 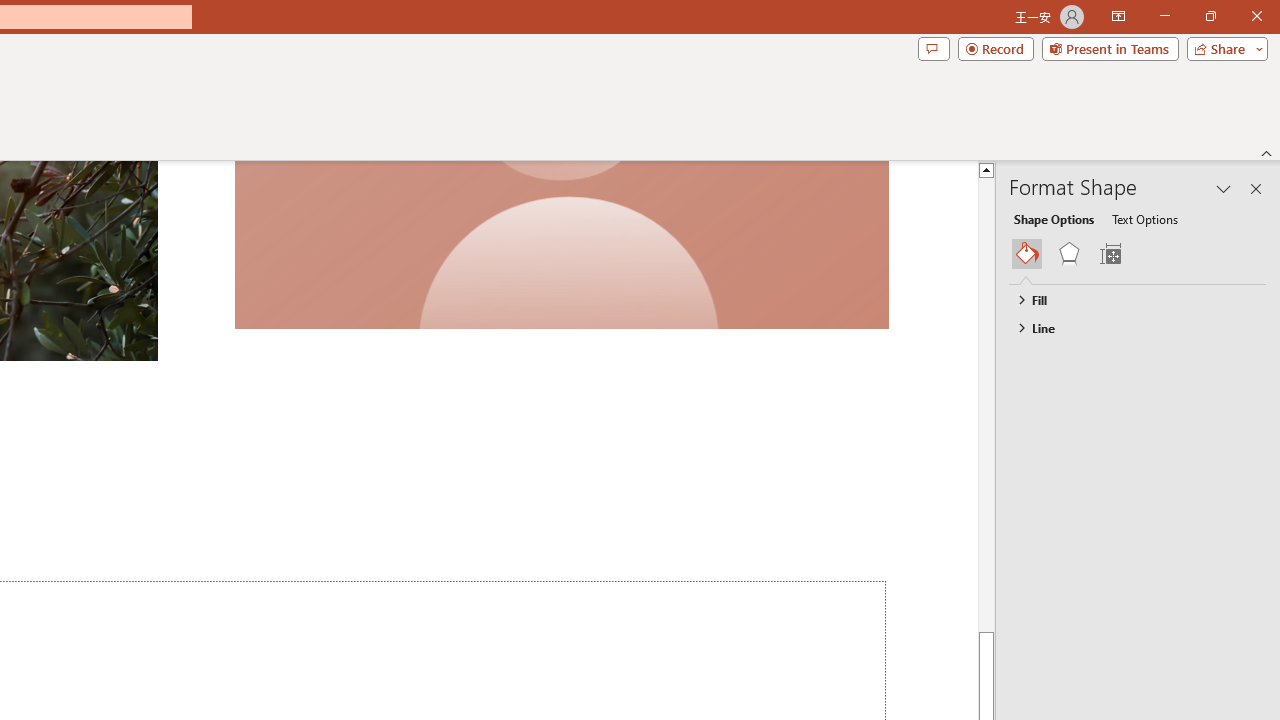 What do you see at coordinates (560, 244) in the screenshot?
I see `'Camera 7, No camera detected.'` at bounding box center [560, 244].